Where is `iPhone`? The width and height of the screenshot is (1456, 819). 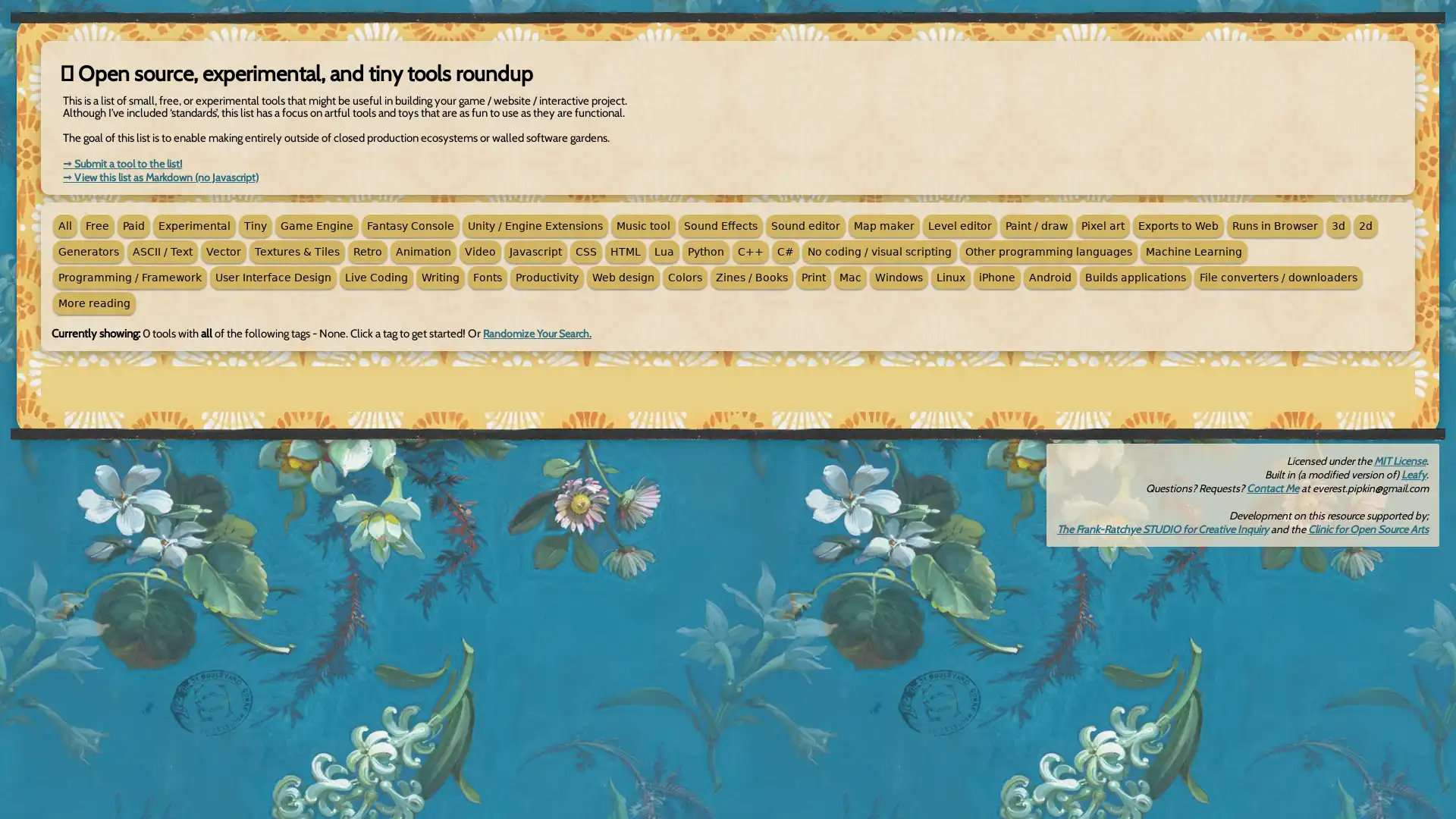
iPhone is located at coordinates (997, 278).